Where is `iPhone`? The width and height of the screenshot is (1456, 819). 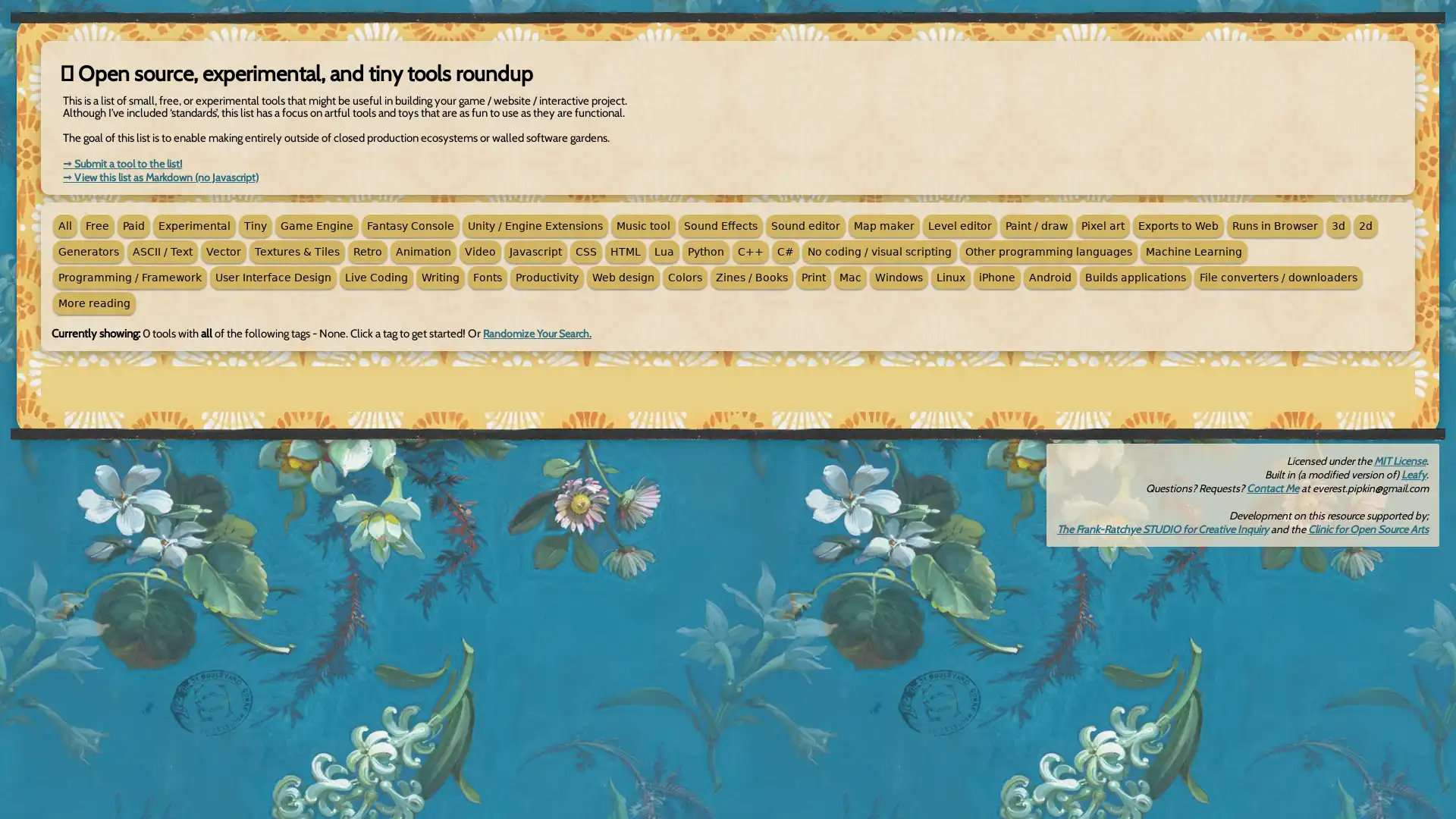
iPhone is located at coordinates (997, 278).